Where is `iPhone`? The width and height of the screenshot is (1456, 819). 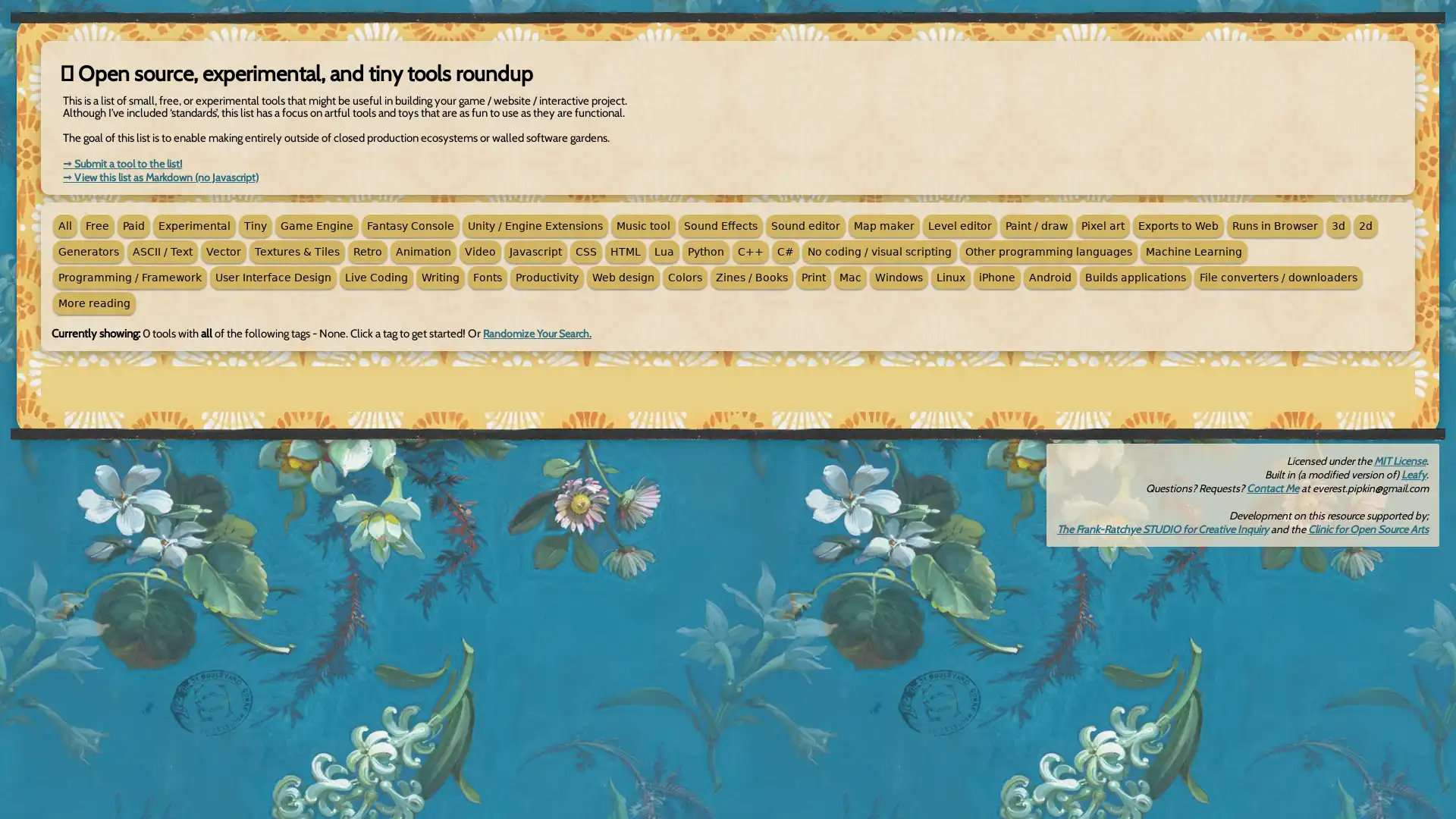
iPhone is located at coordinates (997, 278).